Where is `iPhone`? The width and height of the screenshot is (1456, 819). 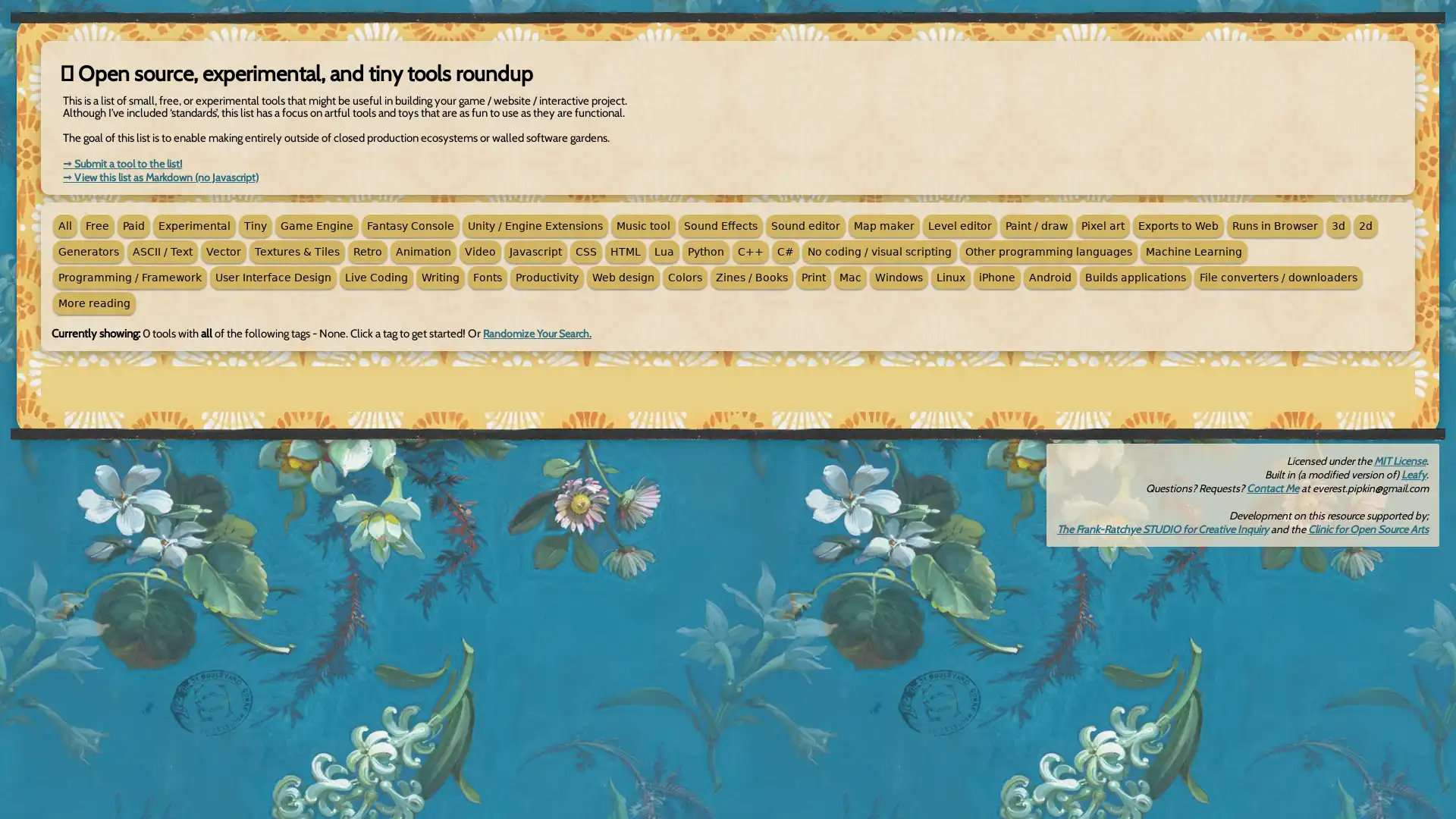
iPhone is located at coordinates (997, 278).